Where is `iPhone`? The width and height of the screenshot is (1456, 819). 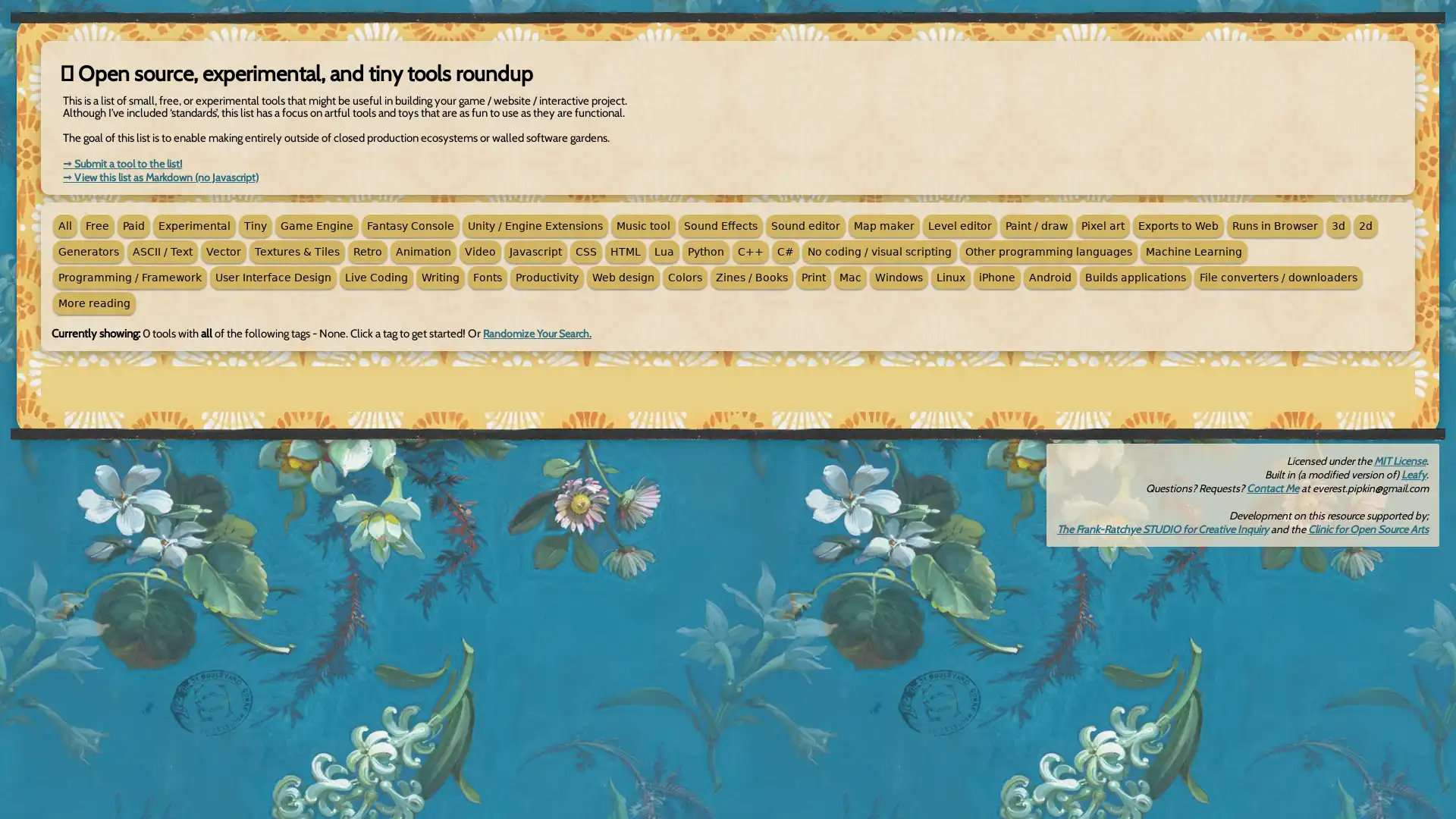
iPhone is located at coordinates (997, 278).